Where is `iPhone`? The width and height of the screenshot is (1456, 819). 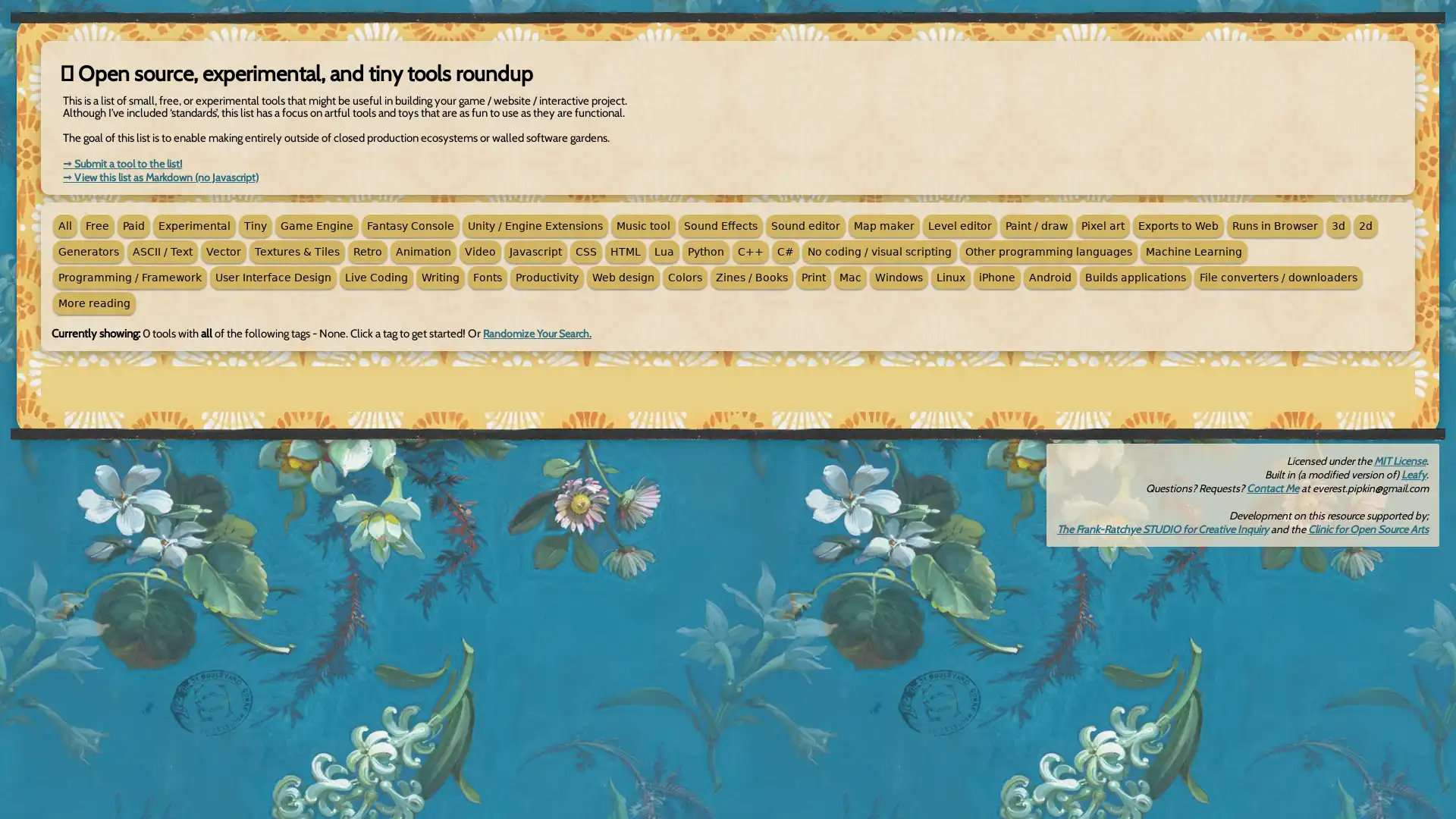
iPhone is located at coordinates (997, 278).